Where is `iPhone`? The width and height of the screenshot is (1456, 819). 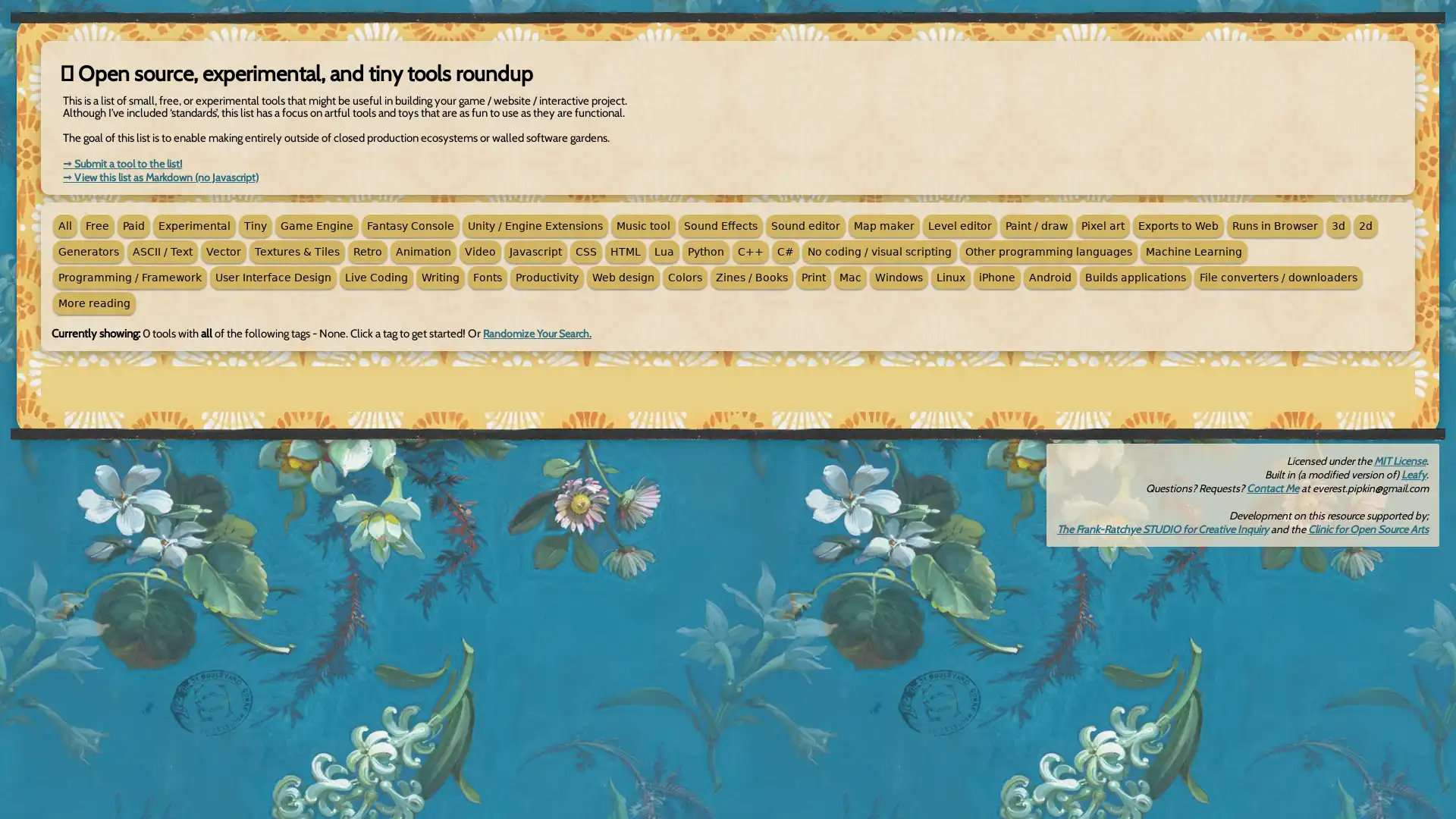
iPhone is located at coordinates (997, 278).